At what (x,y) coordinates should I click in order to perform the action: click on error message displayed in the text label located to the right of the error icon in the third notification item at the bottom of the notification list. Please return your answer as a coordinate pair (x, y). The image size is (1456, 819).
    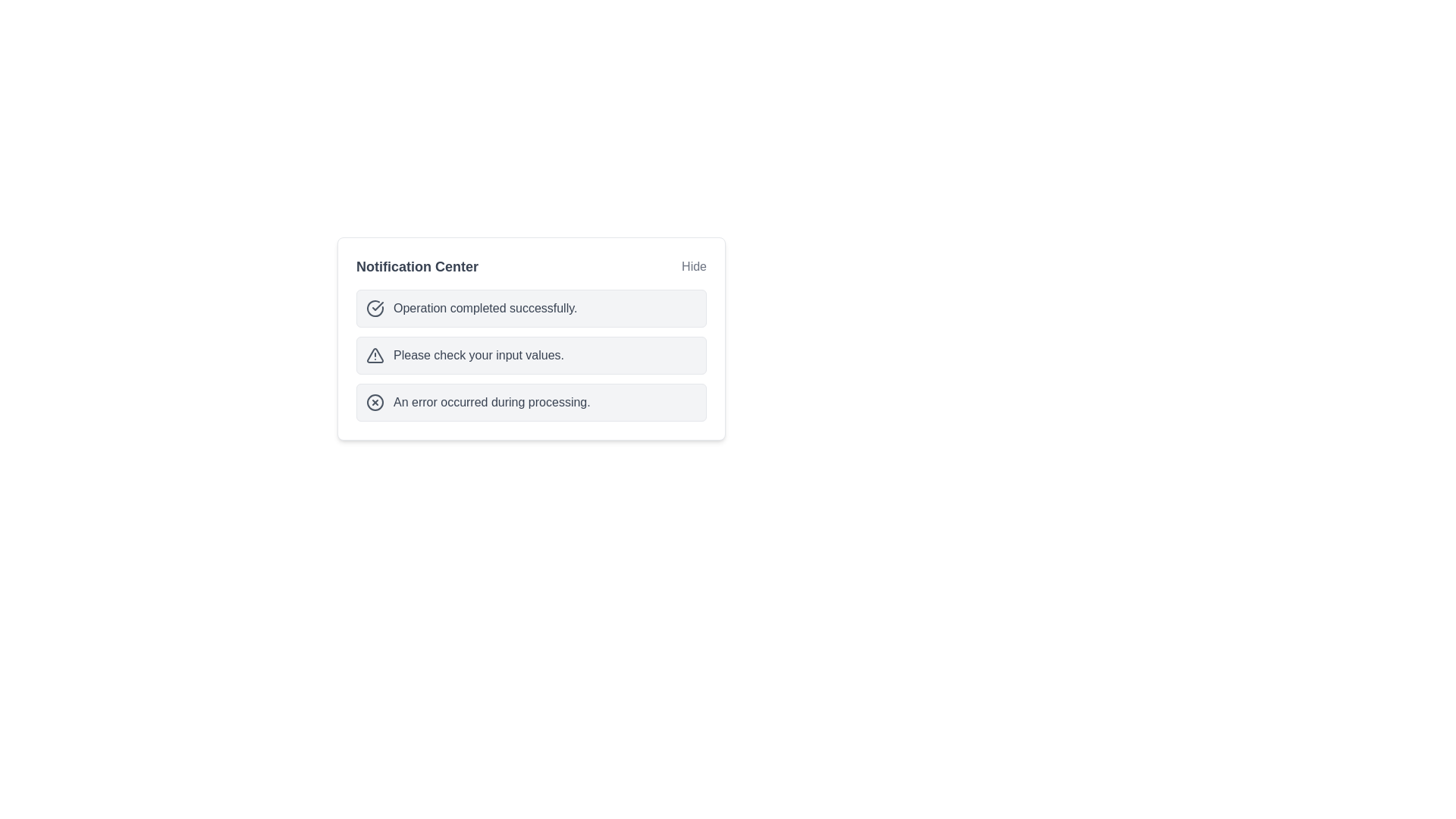
    Looking at the image, I should click on (491, 402).